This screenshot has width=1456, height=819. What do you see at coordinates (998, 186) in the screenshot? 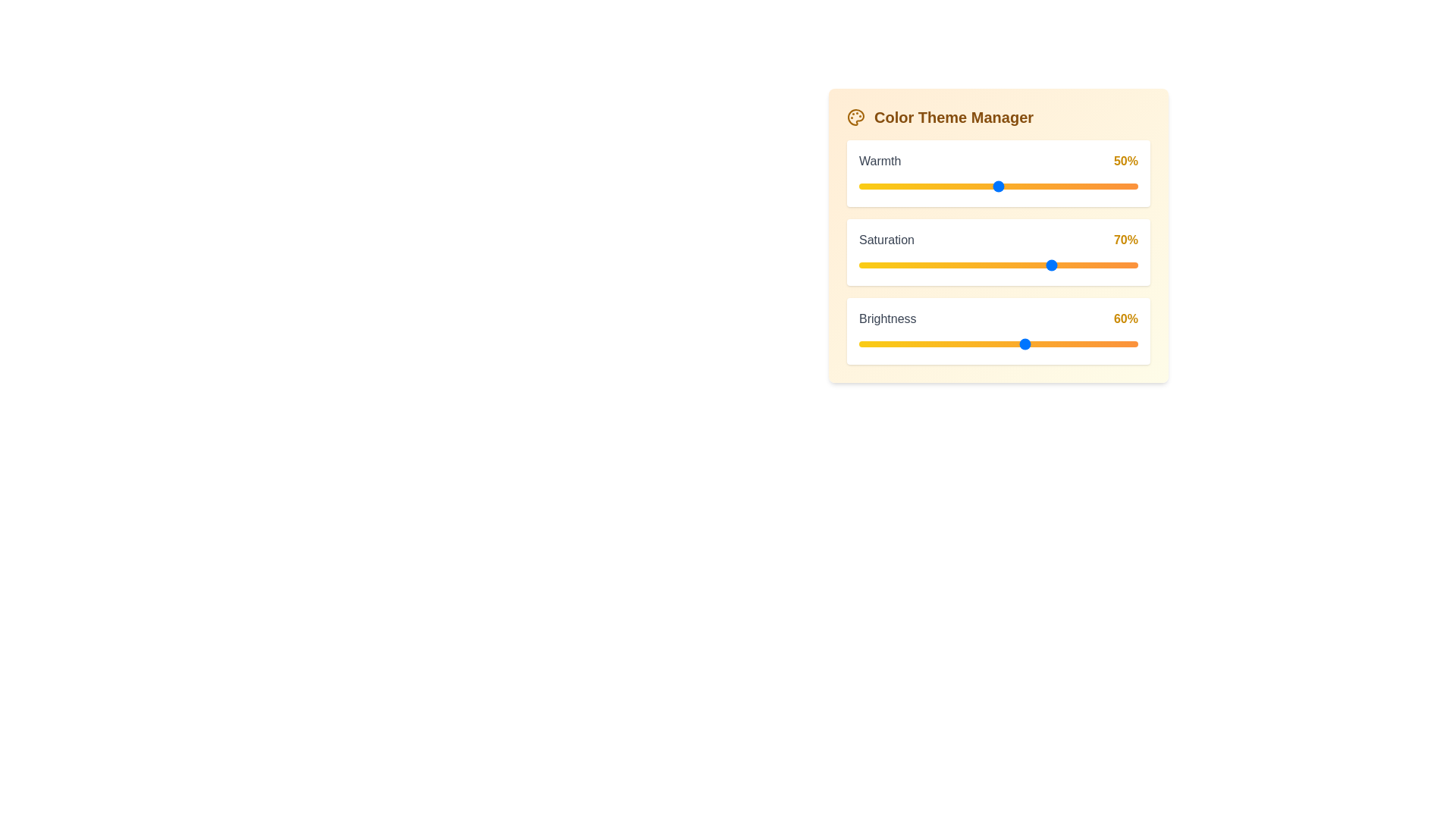
I see `the slider for Warmth` at bounding box center [998, 186].